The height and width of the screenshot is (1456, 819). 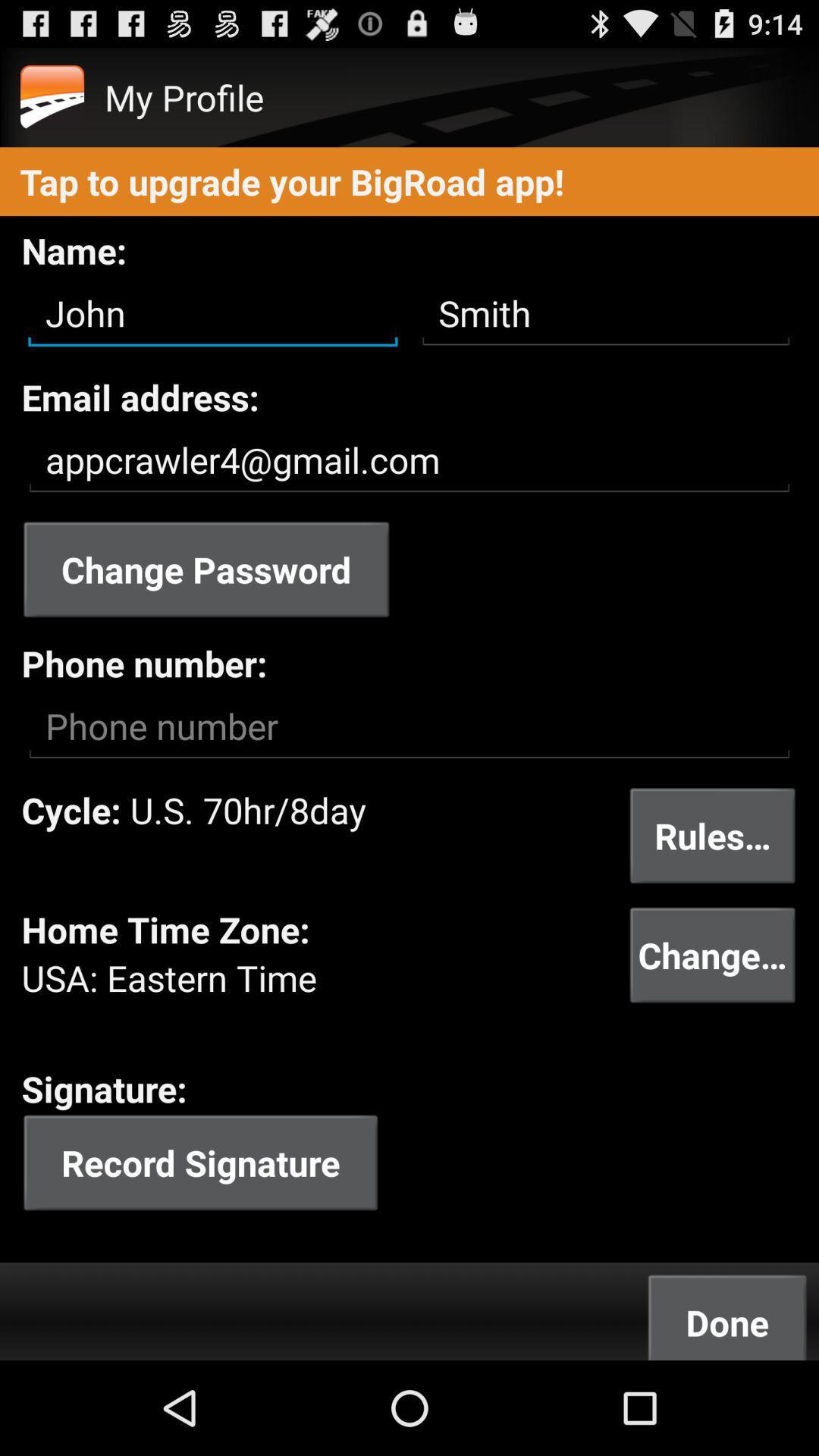 What do you see at coordinates (409, 726) in the screenshot?
I see `phone number` at bounding box center [409, 726].